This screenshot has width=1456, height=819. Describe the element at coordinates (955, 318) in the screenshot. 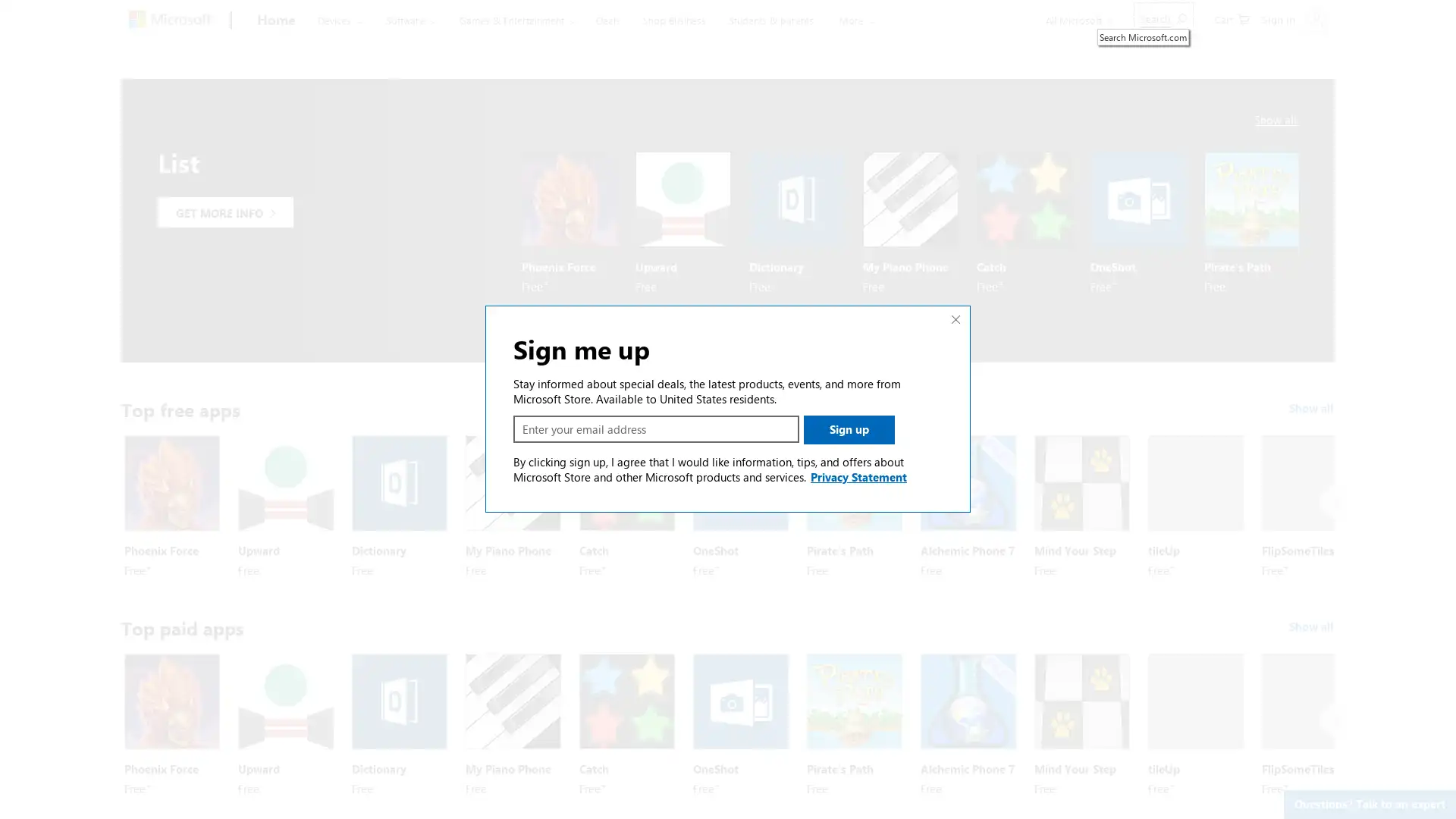

I see `Close` at that location.